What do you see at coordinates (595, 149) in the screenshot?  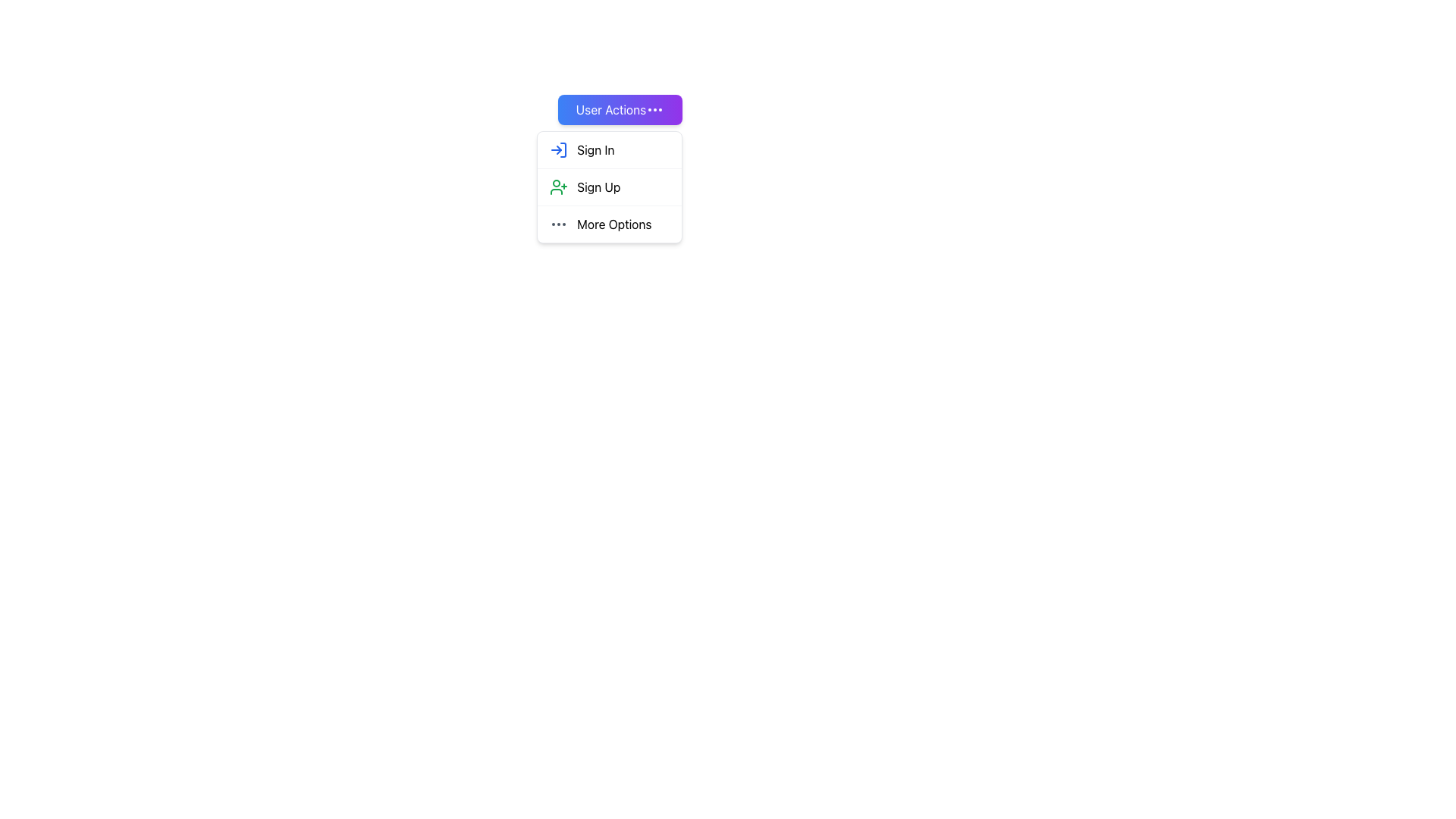 I see `the 'Sign In' label in the 'User Actions' dropdown menu, located next to the first icon item` at bounding box center [595, 149].